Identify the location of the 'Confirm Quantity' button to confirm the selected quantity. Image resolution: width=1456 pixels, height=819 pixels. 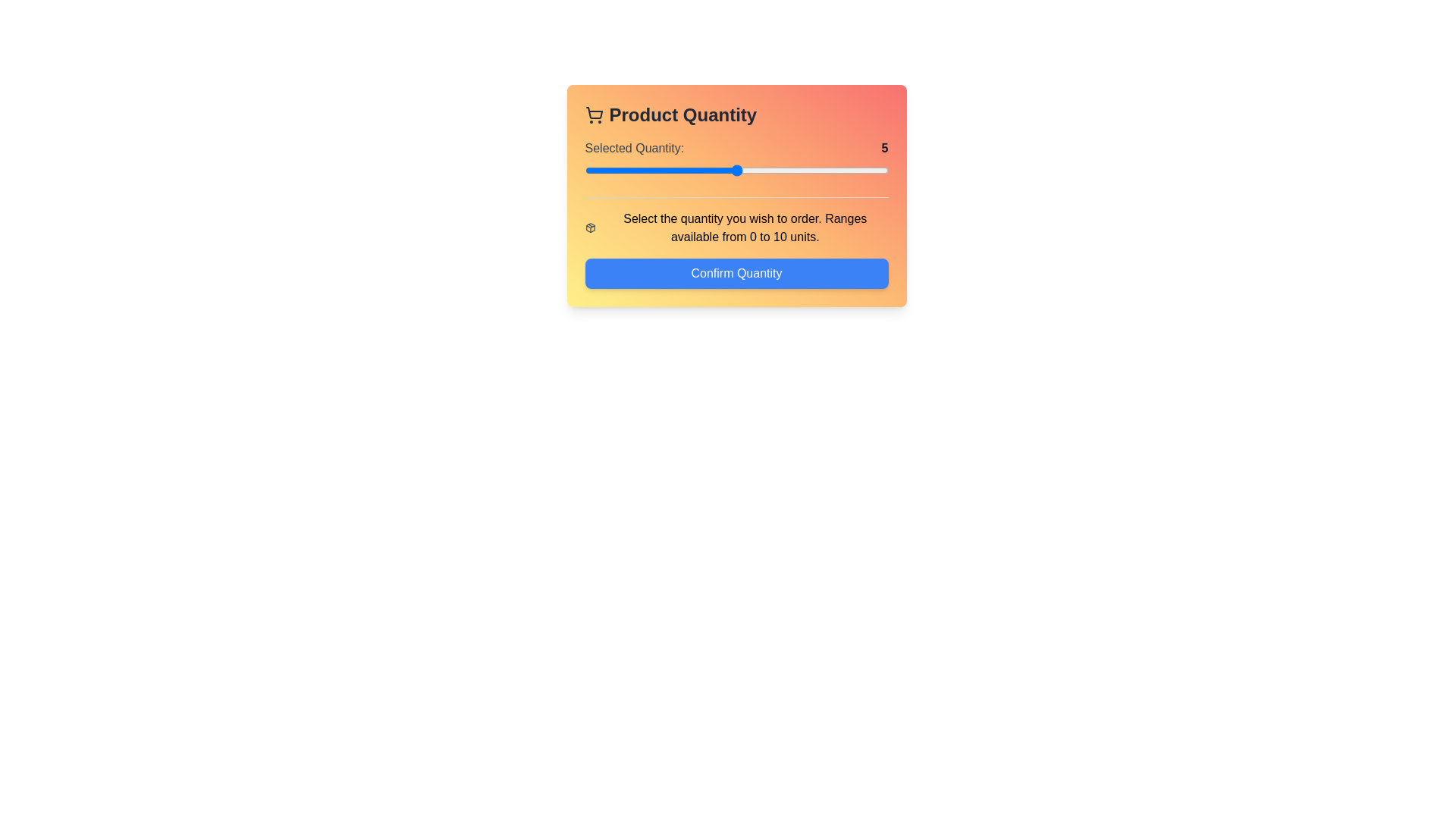
(736, 274).